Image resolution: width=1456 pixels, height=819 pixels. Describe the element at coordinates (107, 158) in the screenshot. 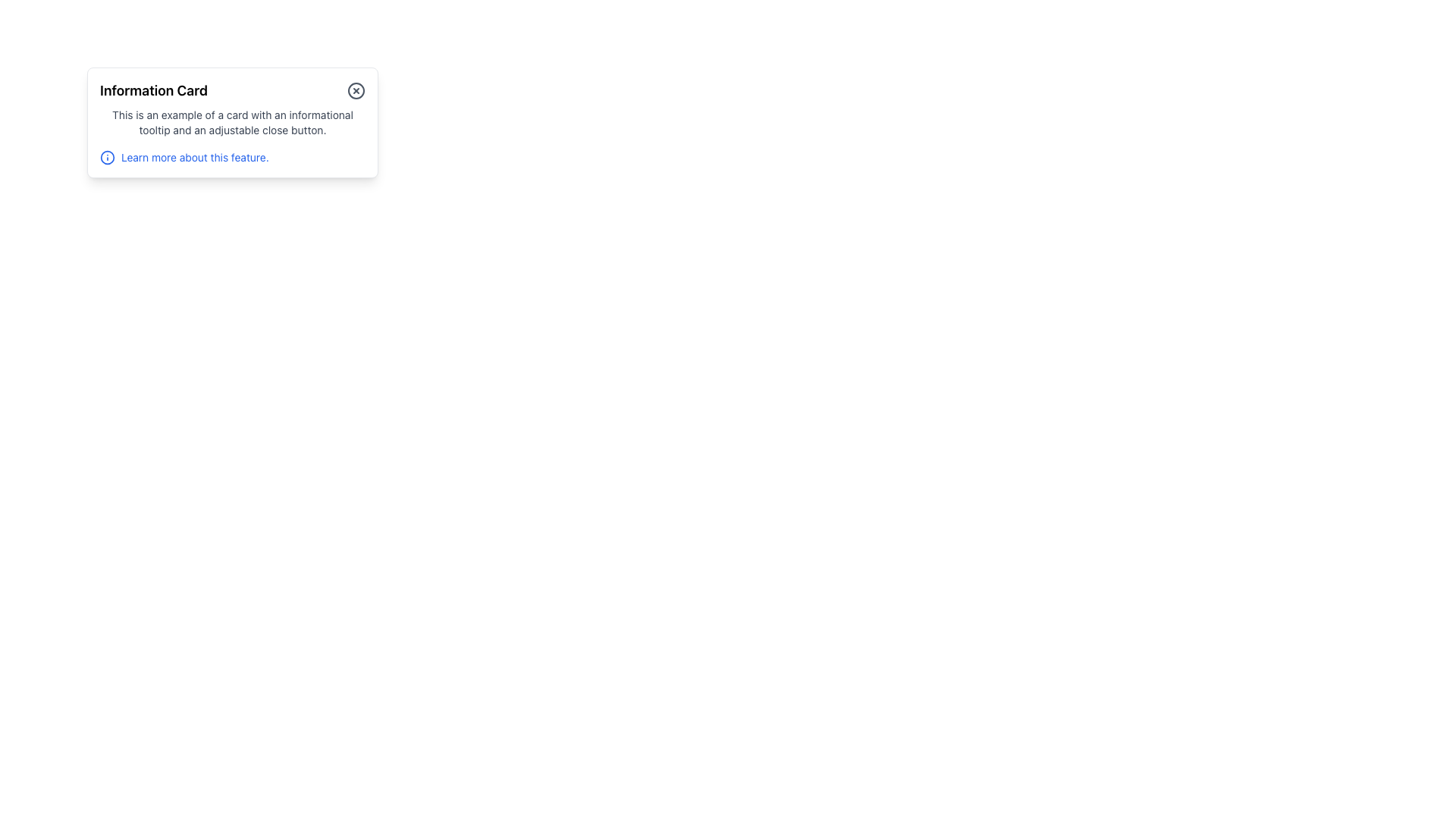

I see `the circular icon with a central 'i' symbol that has a blue outline and fill, located to the left of the text 'Learn more about this feature.'` at that location.